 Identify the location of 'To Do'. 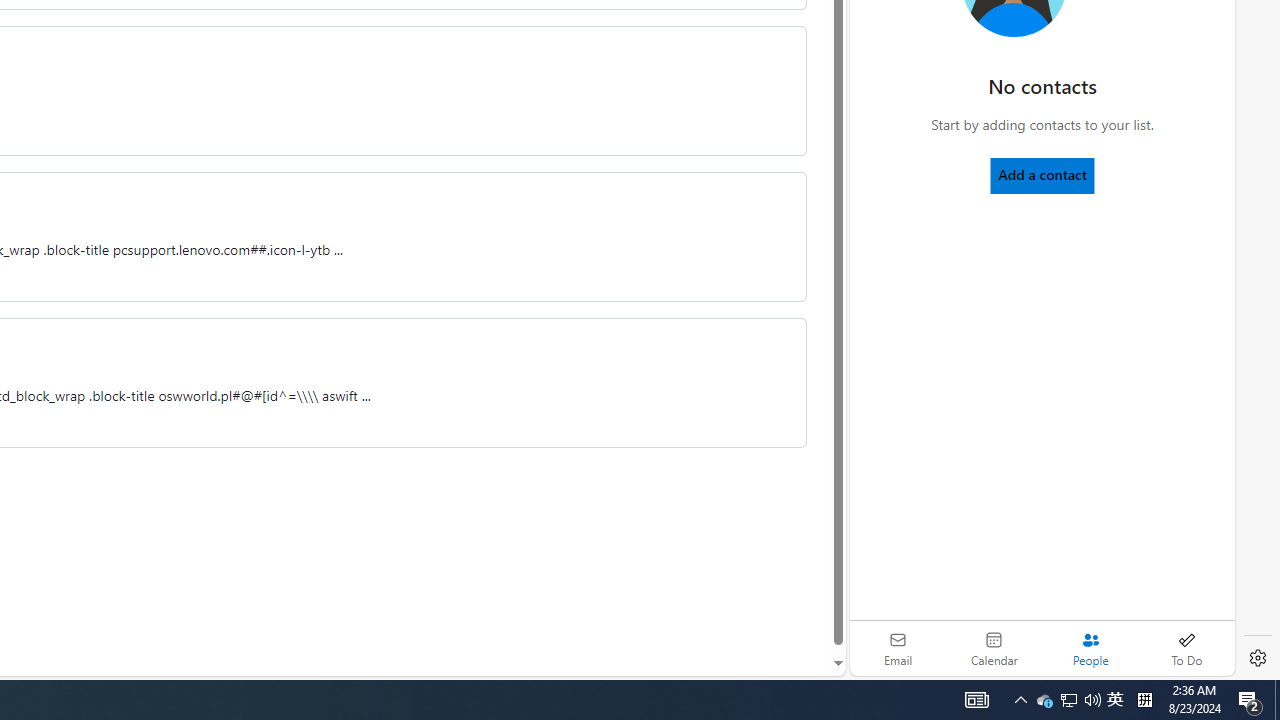
(1186, 648).